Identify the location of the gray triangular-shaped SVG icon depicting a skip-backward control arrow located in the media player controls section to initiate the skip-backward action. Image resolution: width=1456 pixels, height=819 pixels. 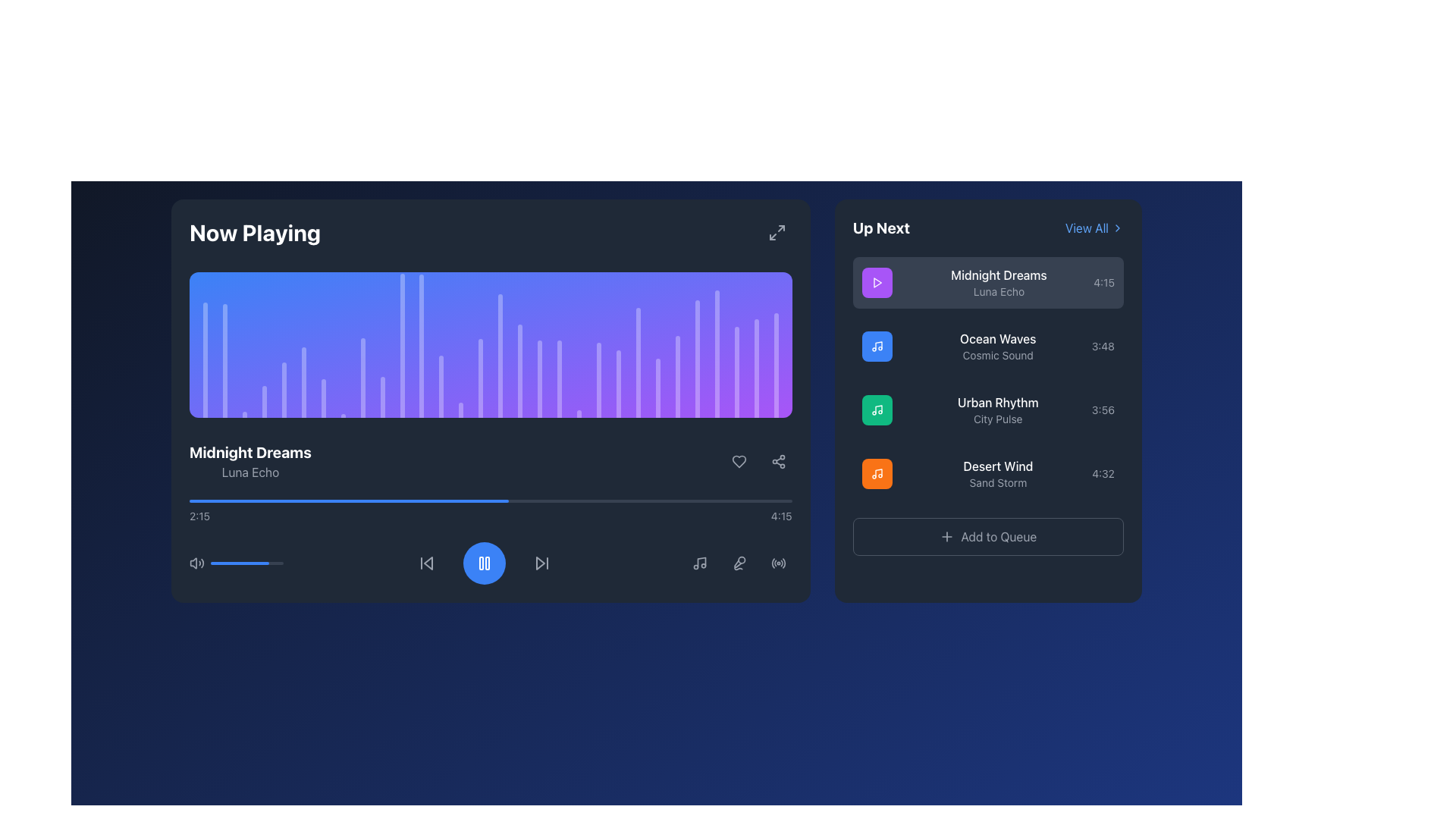
(428, 563).